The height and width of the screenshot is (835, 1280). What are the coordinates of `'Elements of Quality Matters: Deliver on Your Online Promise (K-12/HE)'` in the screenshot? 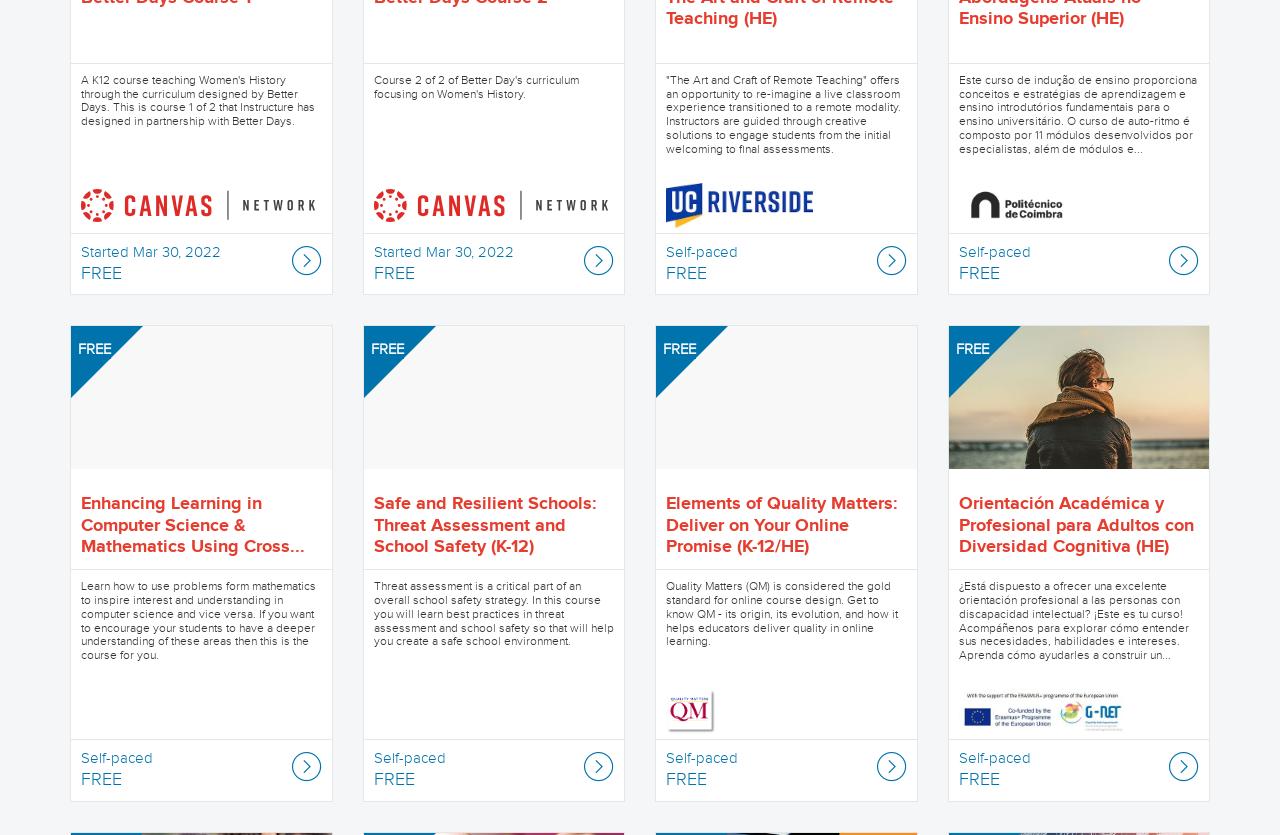 It's located at (665, 525).